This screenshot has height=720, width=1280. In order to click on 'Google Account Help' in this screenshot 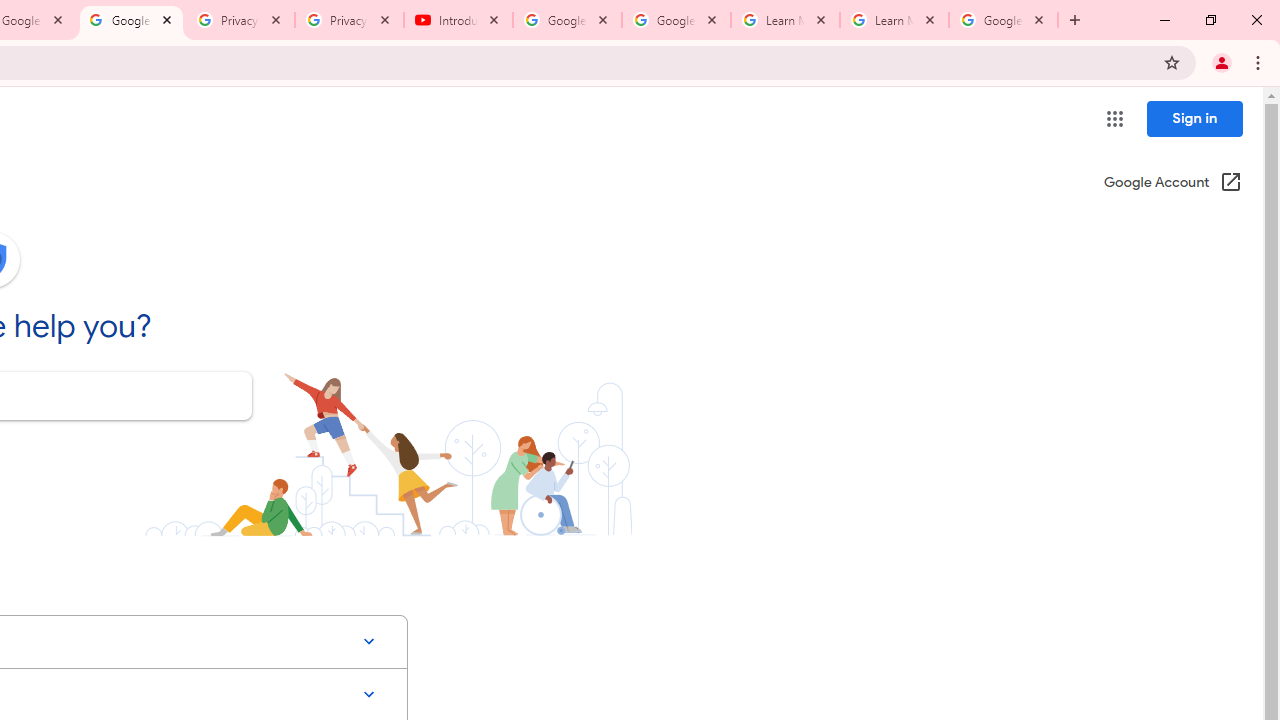, I will do `click(130, 20)`.